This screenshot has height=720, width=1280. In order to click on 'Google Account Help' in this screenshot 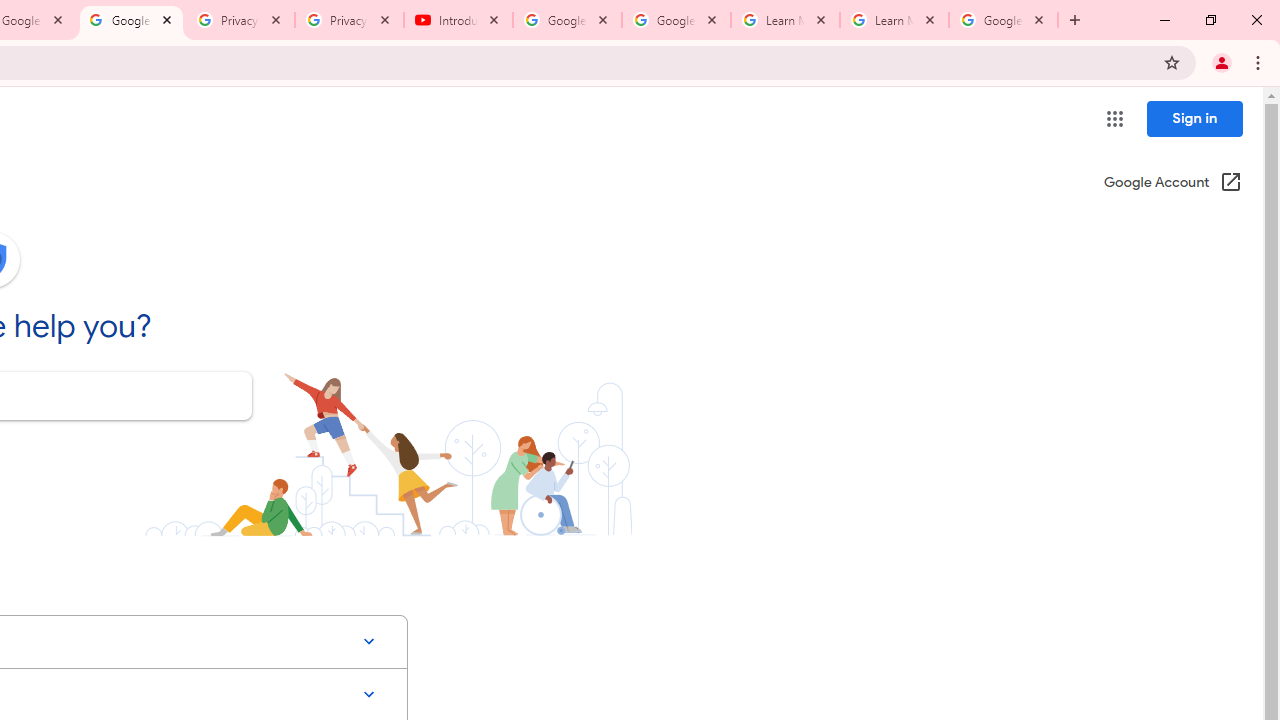, I will do `click(130, 20)`.